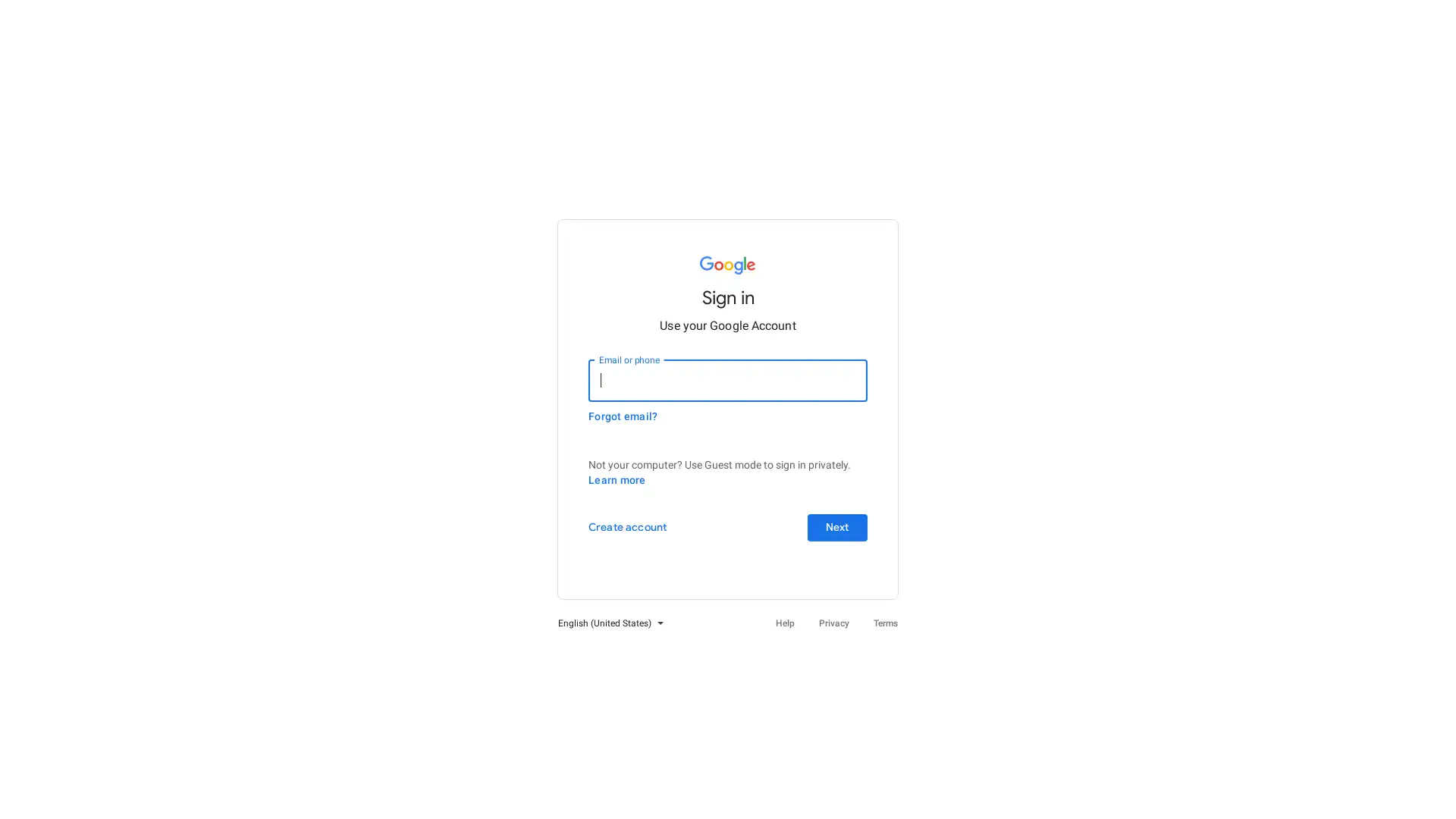 Image resolution: width=1456 pixels, height=819 pixels. Describe the element at coordinates (623, 415) in the screenshot. I see `Forgot email?` at that location.